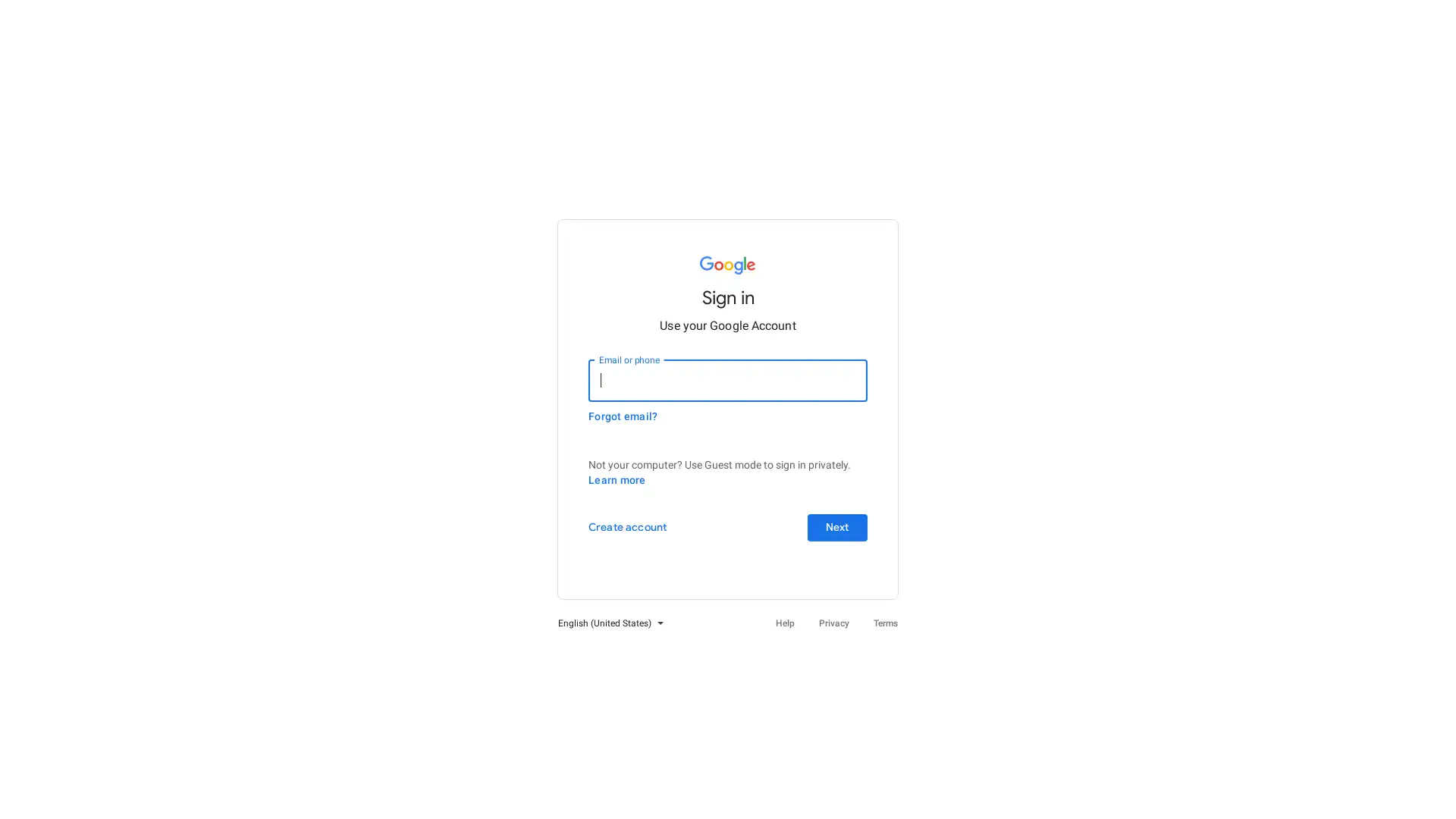 Image resolution: width=1456 pixels, height=819 pixels. Describe the element at coordinates (623, 415) in the screenshot. I see `Forgot email?` at that location.